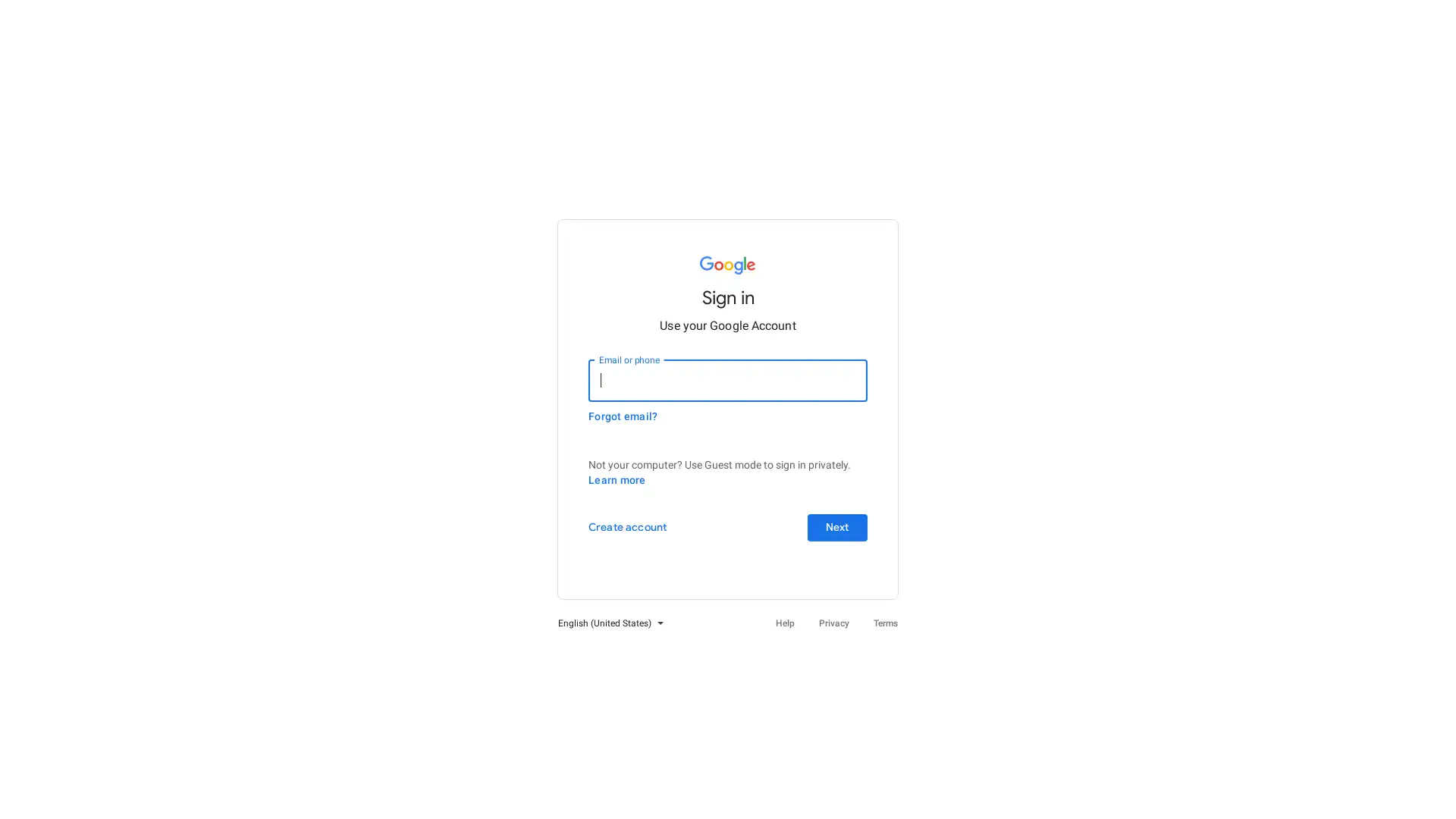 Image resolution: width=1456 pixels, height=819 pixels. Describe the element at coordinates (623, 415) in the screenshot. I see `Forgot email?` at that location.